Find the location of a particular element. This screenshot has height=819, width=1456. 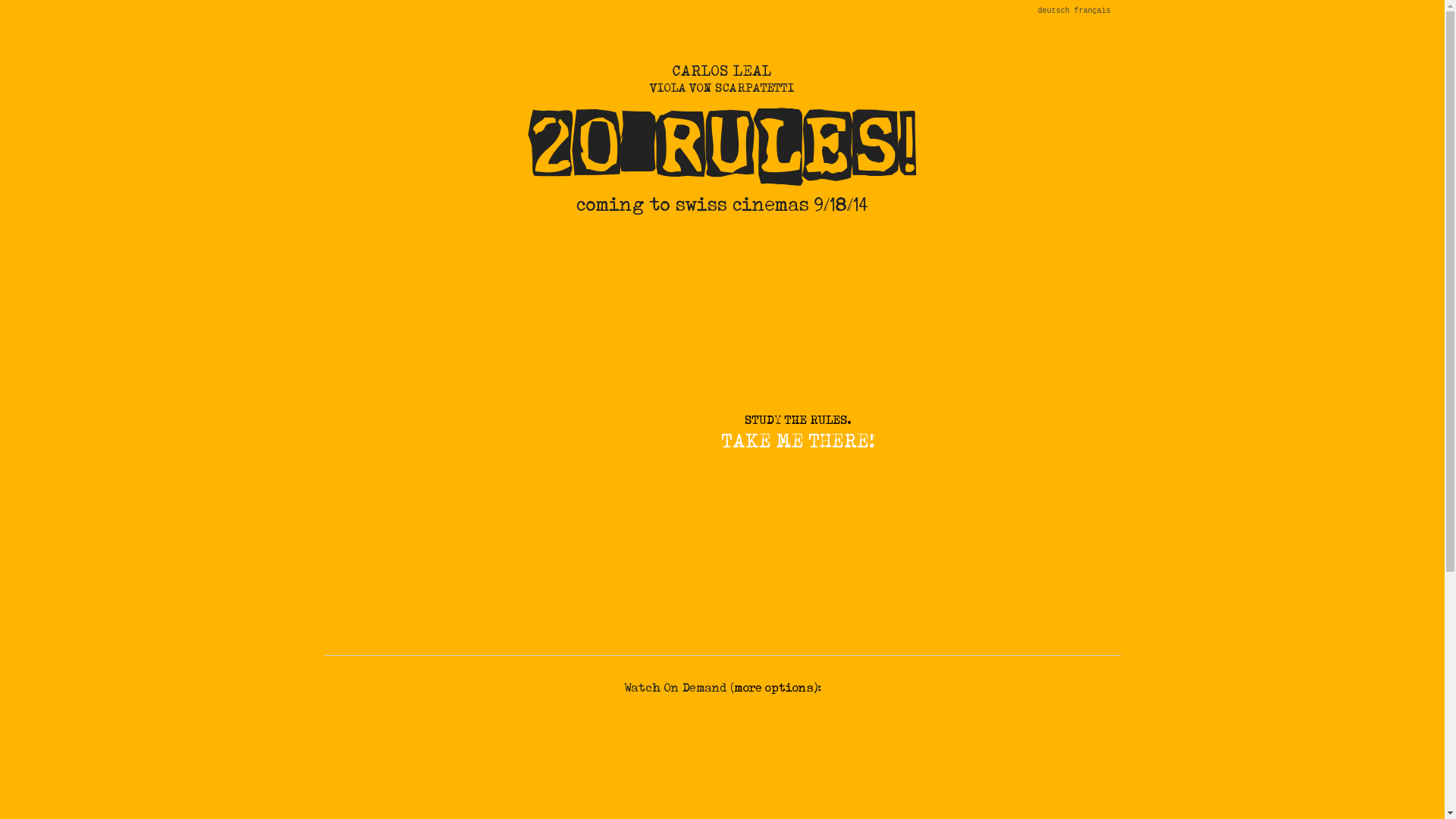

'STUDY THE RULES.' is located at coordinates (796, 420).